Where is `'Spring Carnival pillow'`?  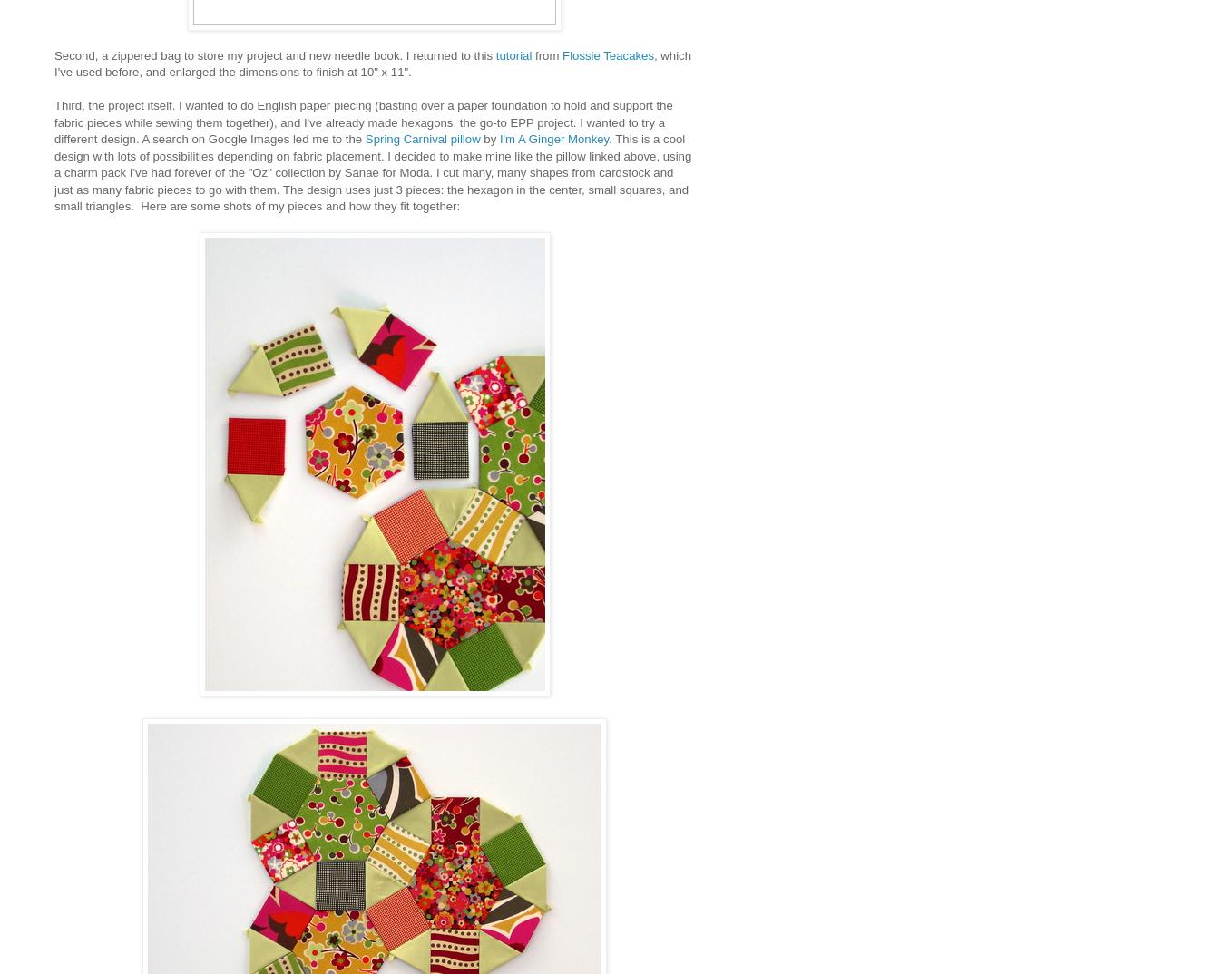 'Spring Carnival pillow' is located at coordinates (422, 138).